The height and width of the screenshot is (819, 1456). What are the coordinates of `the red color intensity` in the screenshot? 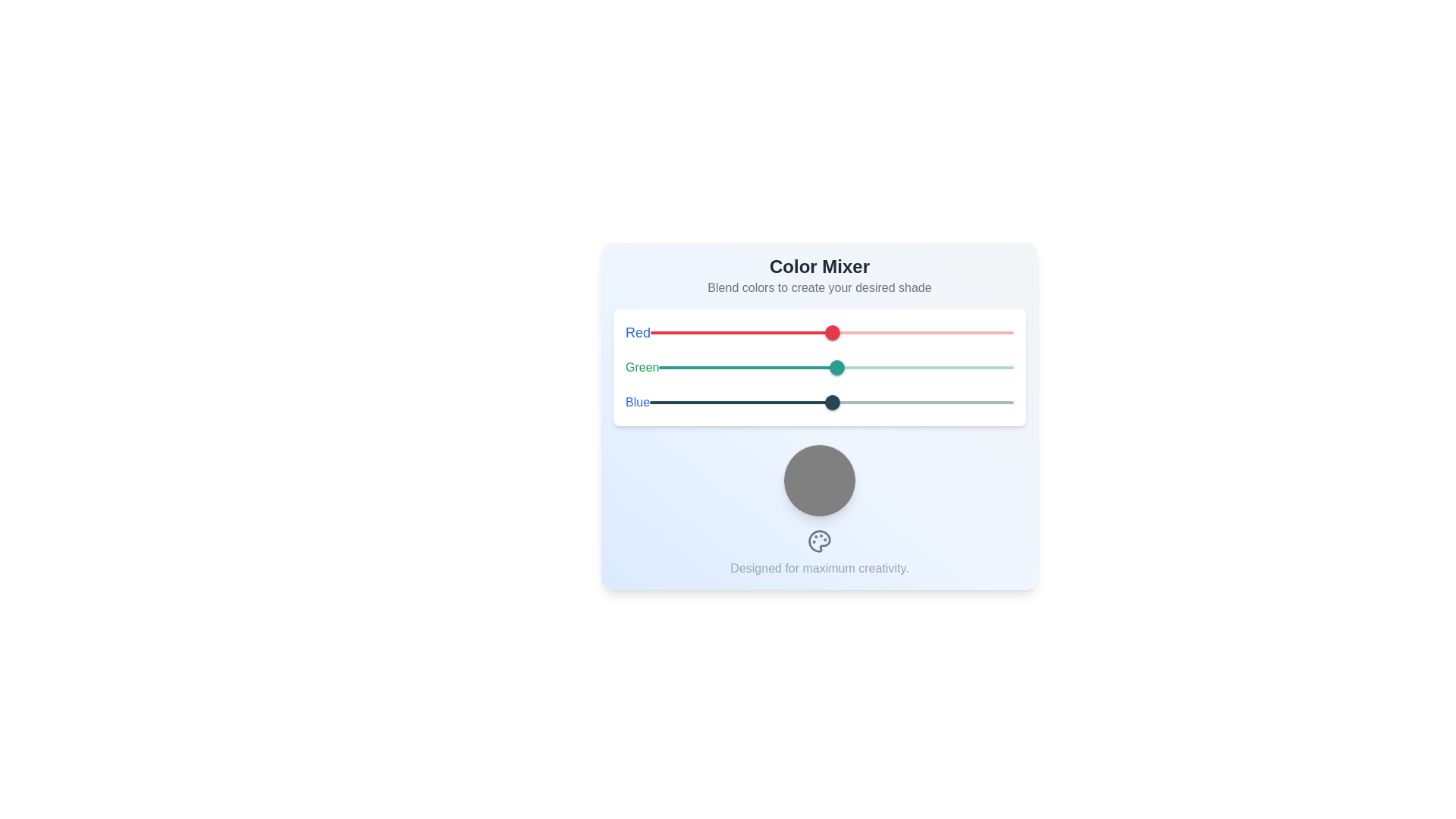 It's located at (1008, 332).